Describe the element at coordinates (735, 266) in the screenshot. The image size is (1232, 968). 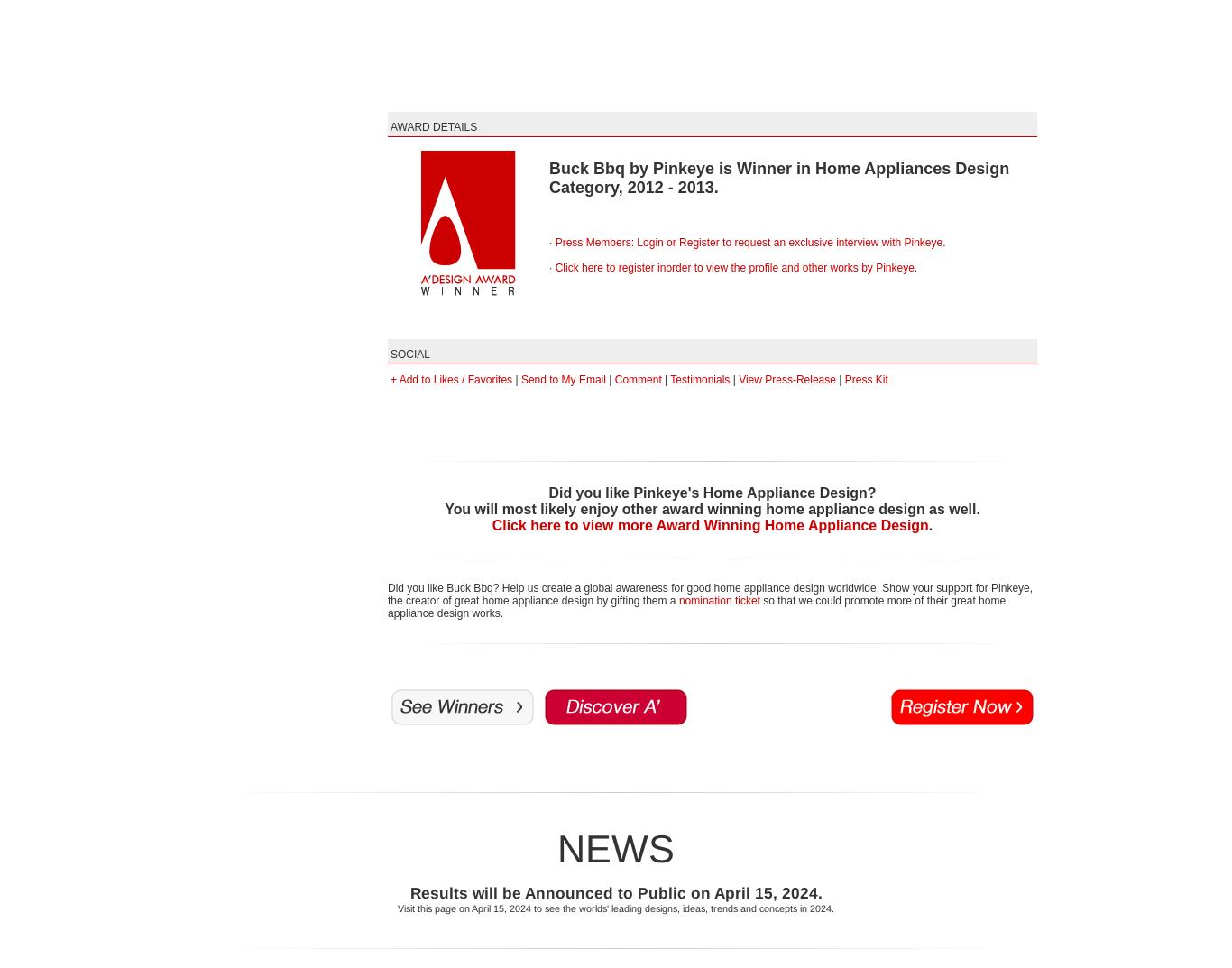
I see `'Click here to register inorder to view the profile and other works by Pinkeye.'` at that location.